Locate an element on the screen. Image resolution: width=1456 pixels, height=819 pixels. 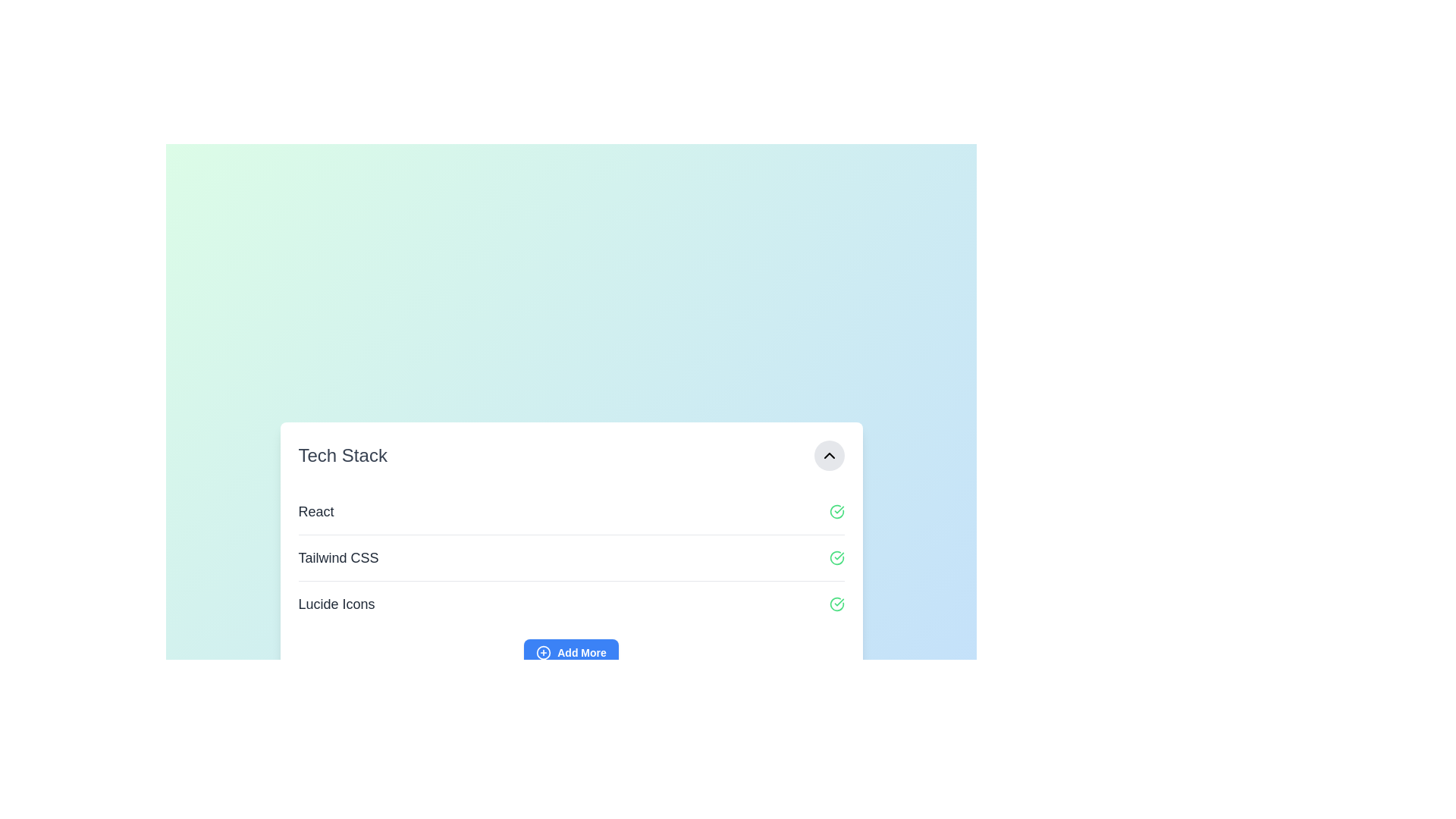
the SVG circle element that forms the '+' sign, which is located at the center of the button for adding items near the bottom center of the visible card interface is located at coordinates (544, 651).